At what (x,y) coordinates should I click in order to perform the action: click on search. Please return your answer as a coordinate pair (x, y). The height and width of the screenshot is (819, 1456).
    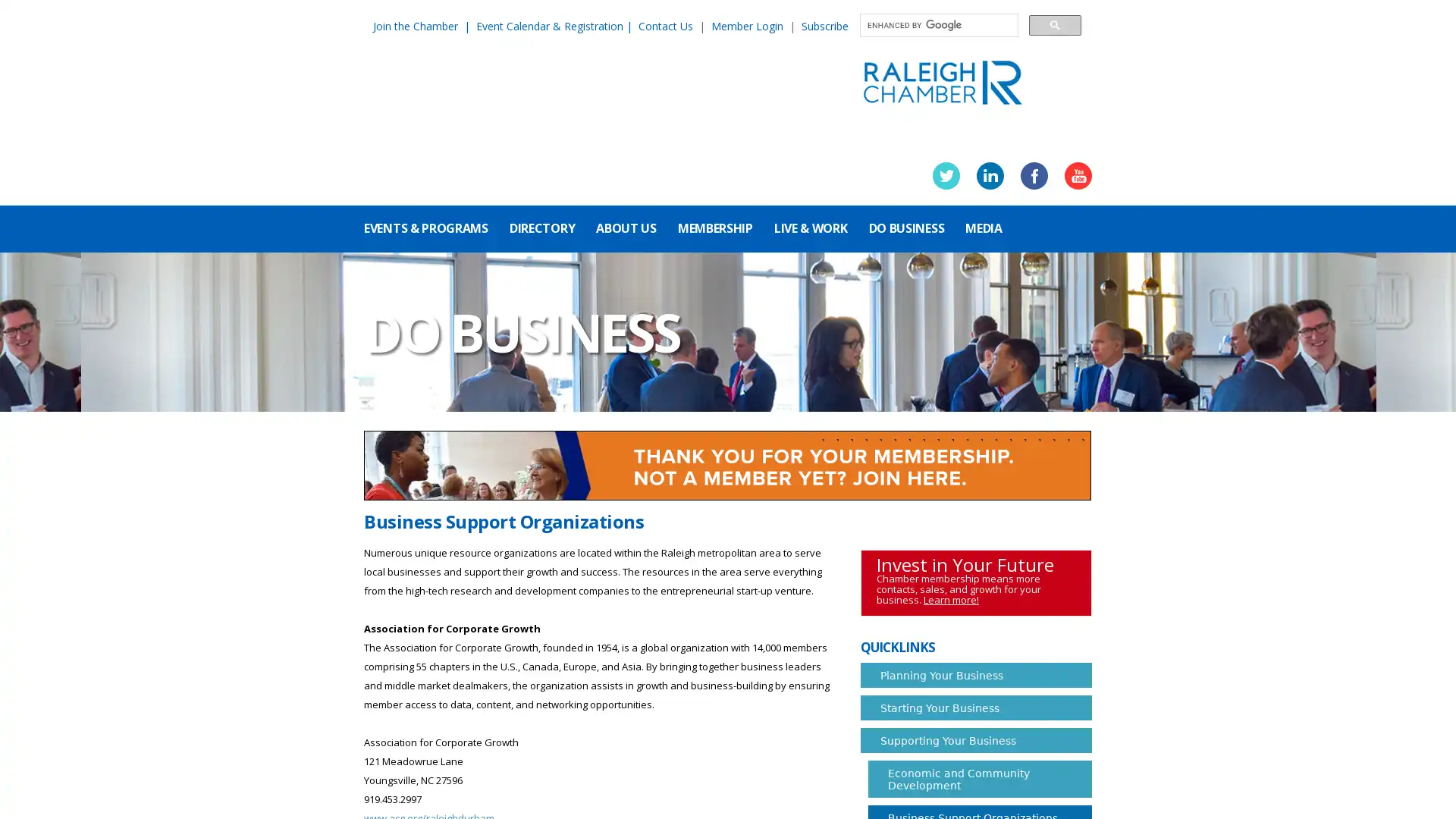
    Looking at the image, I should click on (1054, 24).